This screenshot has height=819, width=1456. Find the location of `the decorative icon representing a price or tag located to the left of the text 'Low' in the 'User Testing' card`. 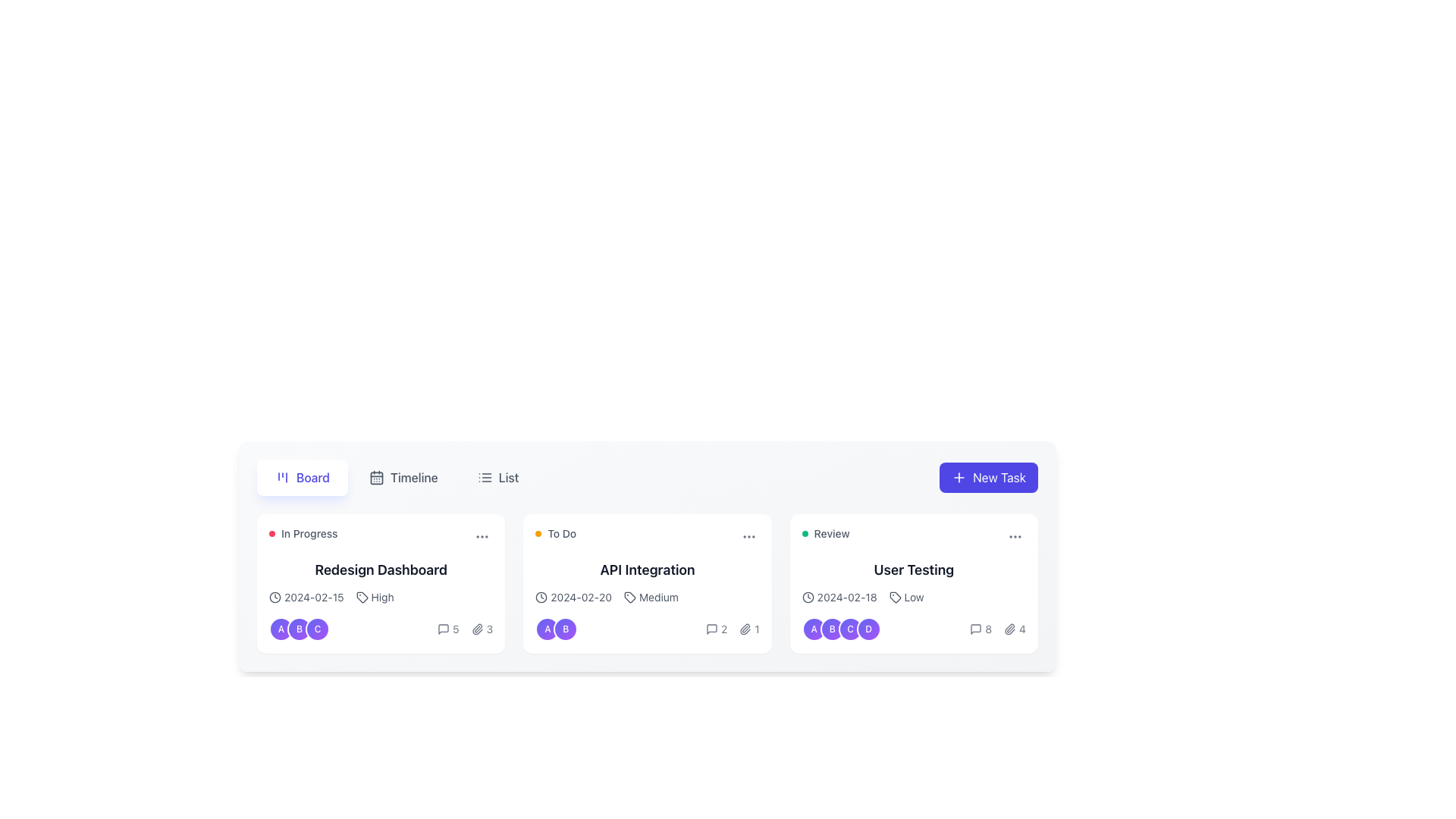

the decorative icon representing a price or tag located to the left of the text 'Low' in the 'User Testing' card is located at coordinates (895, 596).